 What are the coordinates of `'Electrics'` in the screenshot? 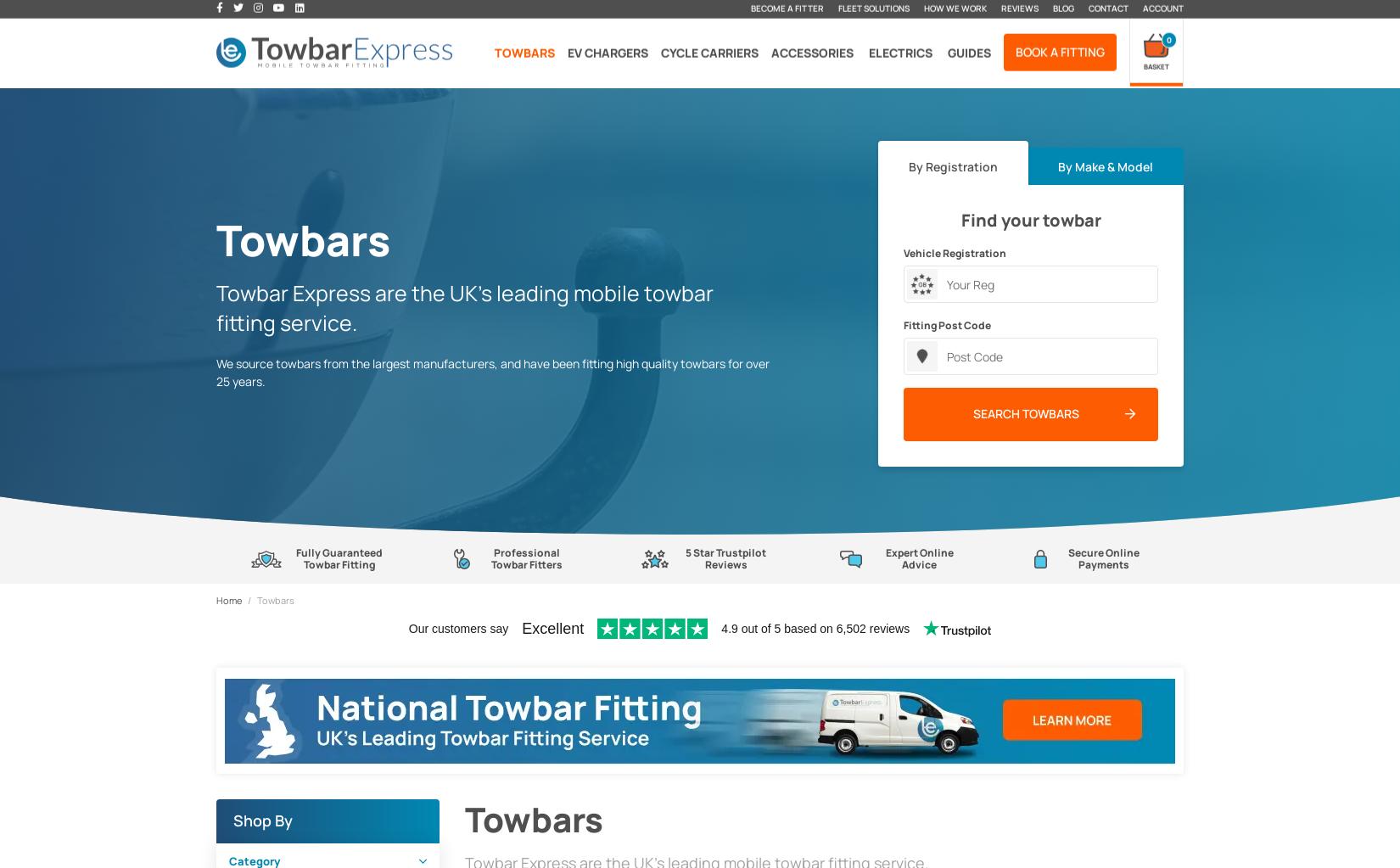 It's located at (900, 53).